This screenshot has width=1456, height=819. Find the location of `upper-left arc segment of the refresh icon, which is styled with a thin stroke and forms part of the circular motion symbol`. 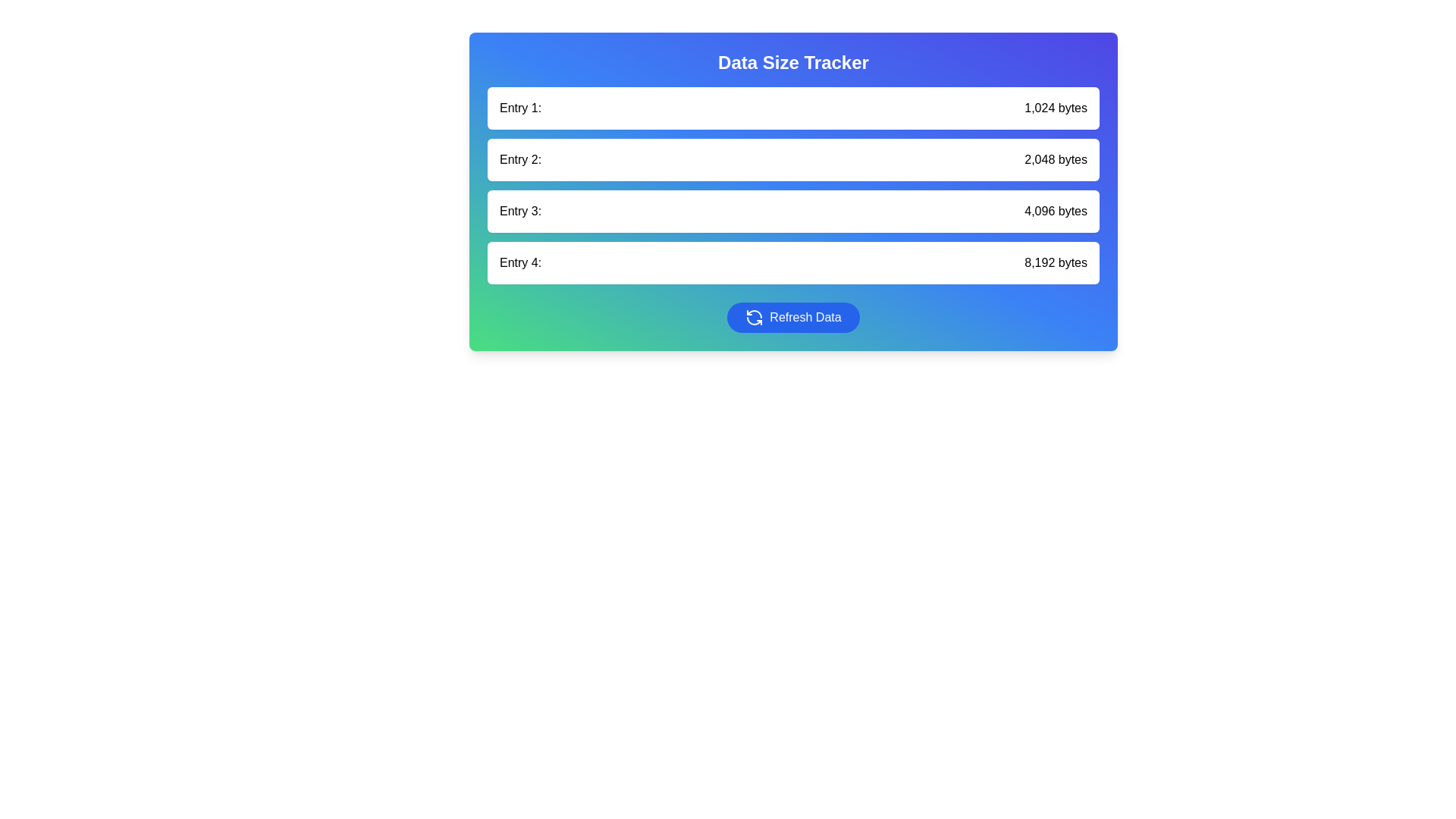

upper-left arc segment of the refresh icon, which is styled with a thin stroke and forms part of the circular motion symbol is located at coordinates (755, 313).